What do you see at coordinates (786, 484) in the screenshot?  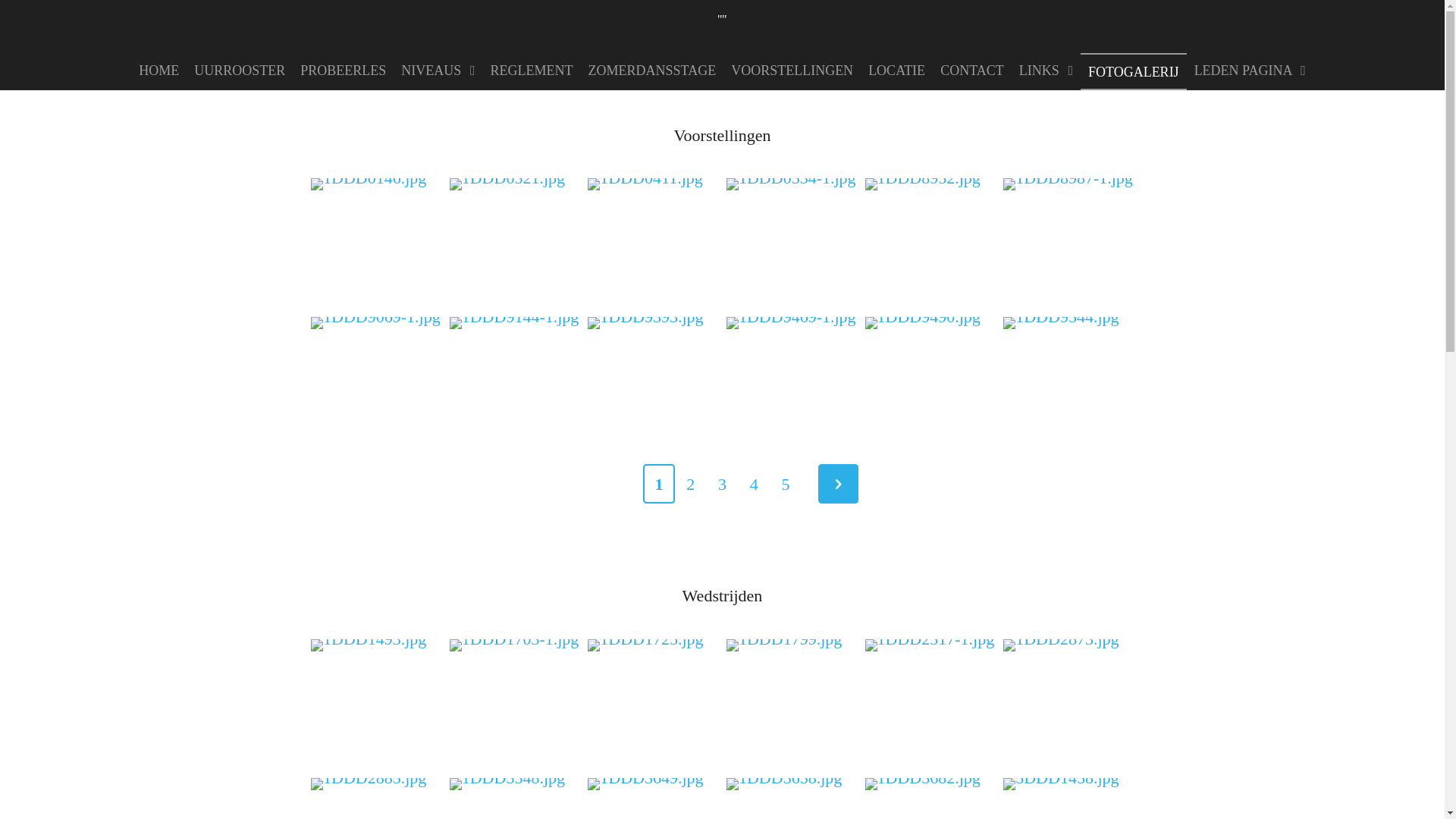 I see `'5'` at bounding box center [786, 484].